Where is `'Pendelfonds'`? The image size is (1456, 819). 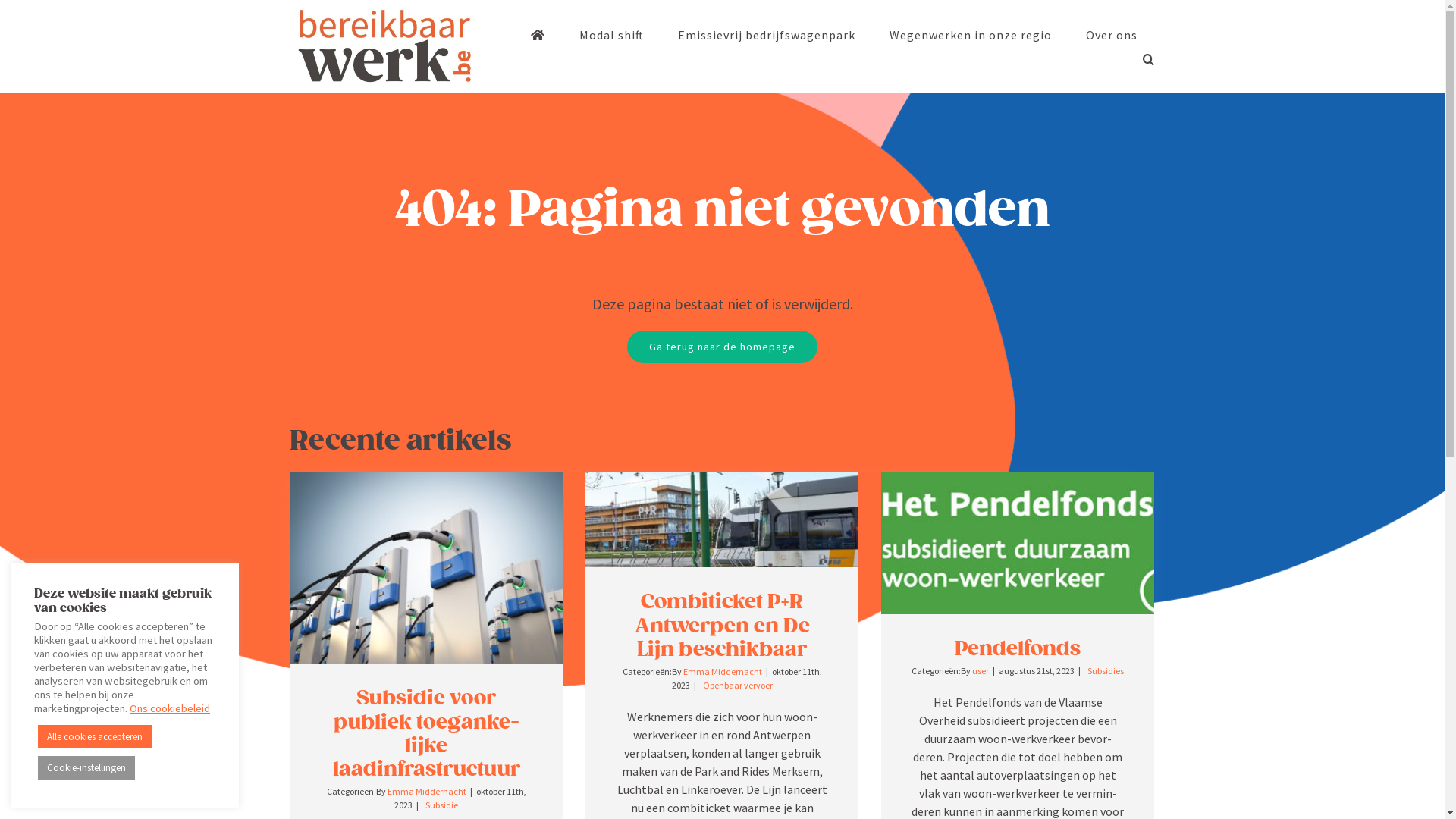
'Pendelfonds' is located at coordinates (953, 648).